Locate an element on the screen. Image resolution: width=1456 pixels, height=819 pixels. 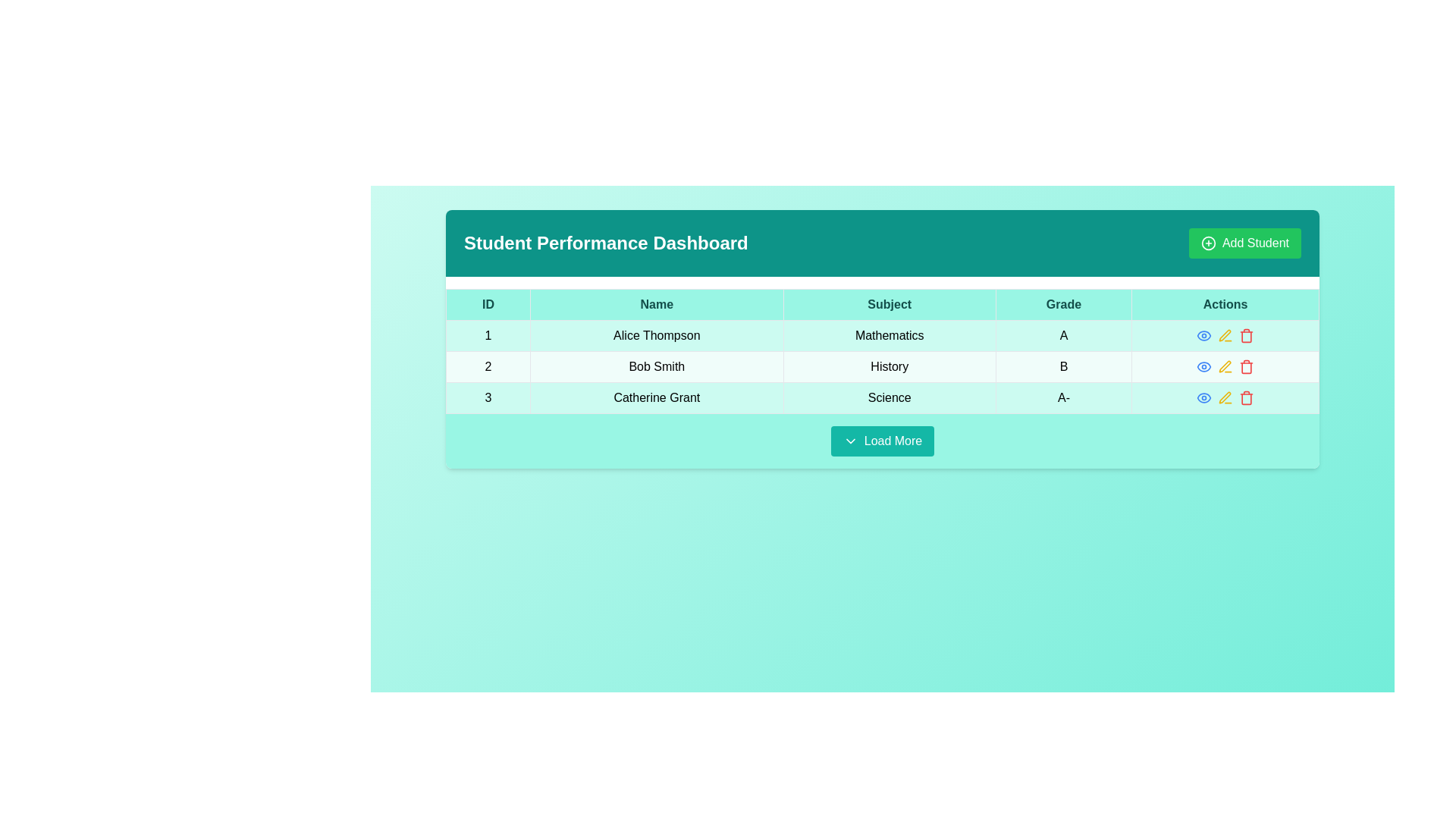
the editing icon button located in the 'Actions' column of the first row of the table is located at coordinates (1225, 335).